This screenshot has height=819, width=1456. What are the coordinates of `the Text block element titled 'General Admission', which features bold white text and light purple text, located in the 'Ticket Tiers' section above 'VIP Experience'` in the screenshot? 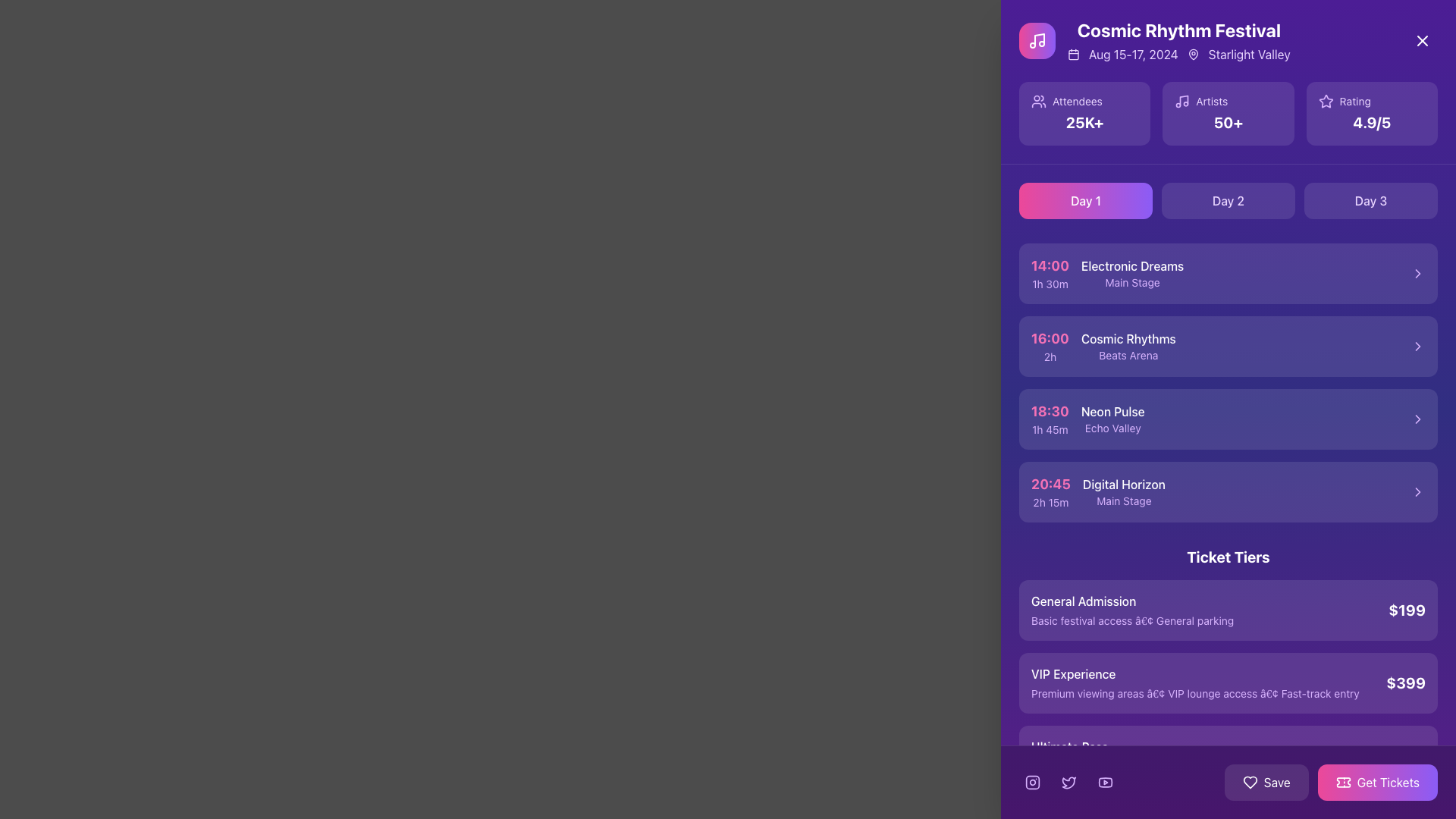 It's located at (1132, 610).